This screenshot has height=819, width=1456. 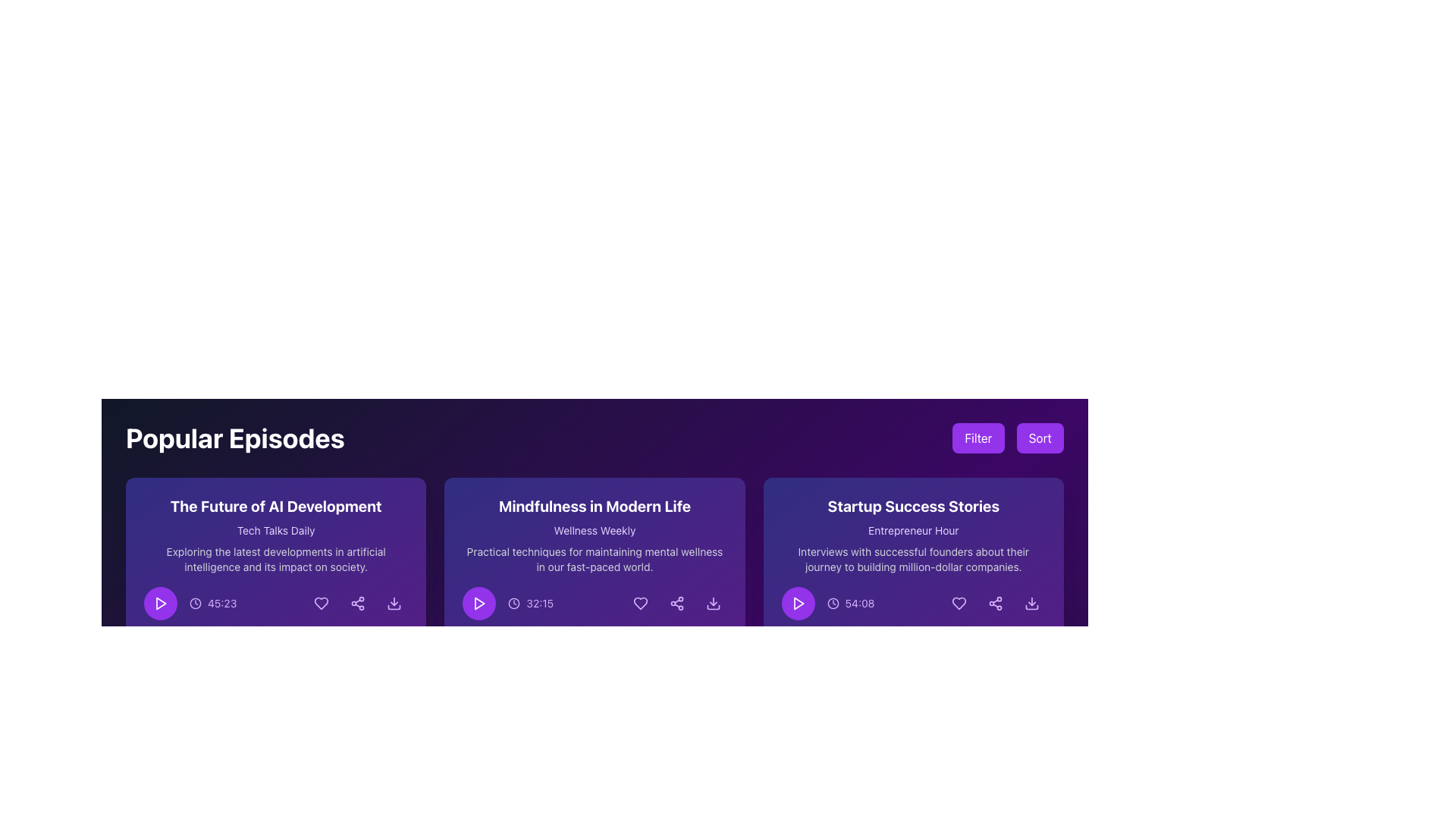 What do you see at coordinates (221, 602) in the screenshot?
I see `the text display showing the duration '45:23' in a purple hue, located near the lower left corner of the first card in a series of three cards, to the right of a clock icon` at bounding box center [221, 602].